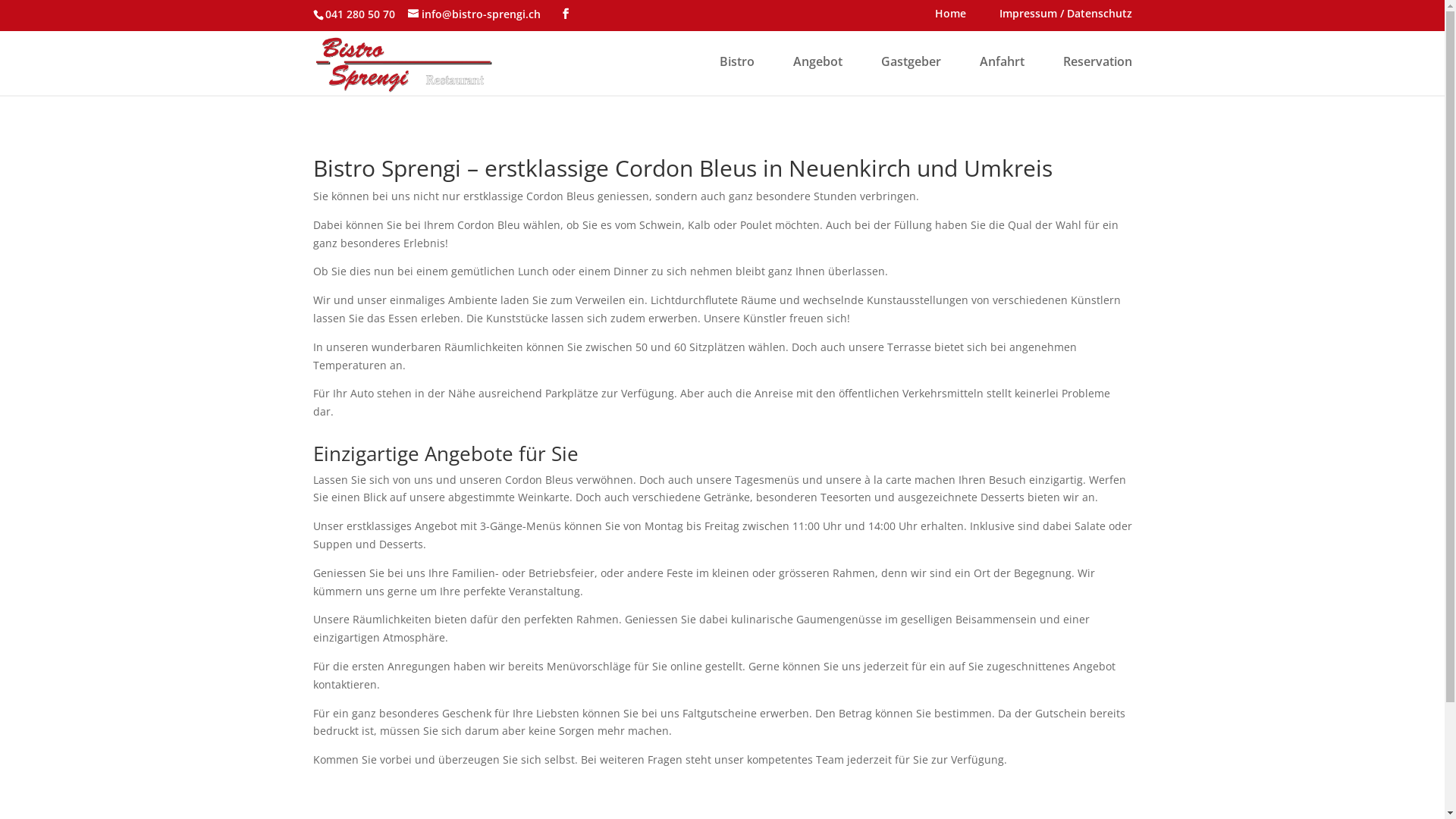  What do you see at coordinates (910, 74) in the screenshot?
I see `'Gastgeber'` at bounding box center [910, 74].